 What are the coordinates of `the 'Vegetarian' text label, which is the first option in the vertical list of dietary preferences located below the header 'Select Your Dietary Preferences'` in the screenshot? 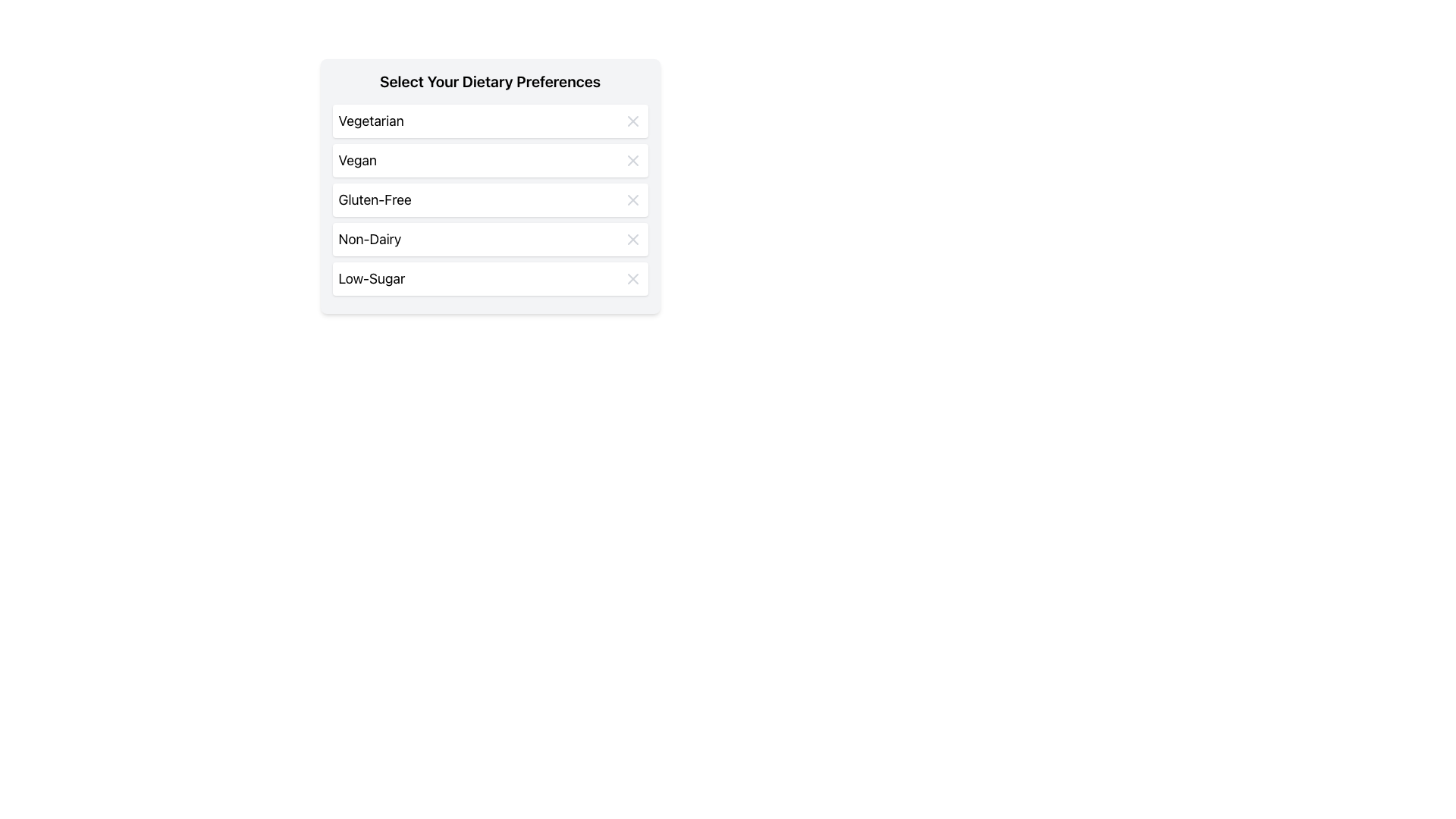 It's located at (371, 120).